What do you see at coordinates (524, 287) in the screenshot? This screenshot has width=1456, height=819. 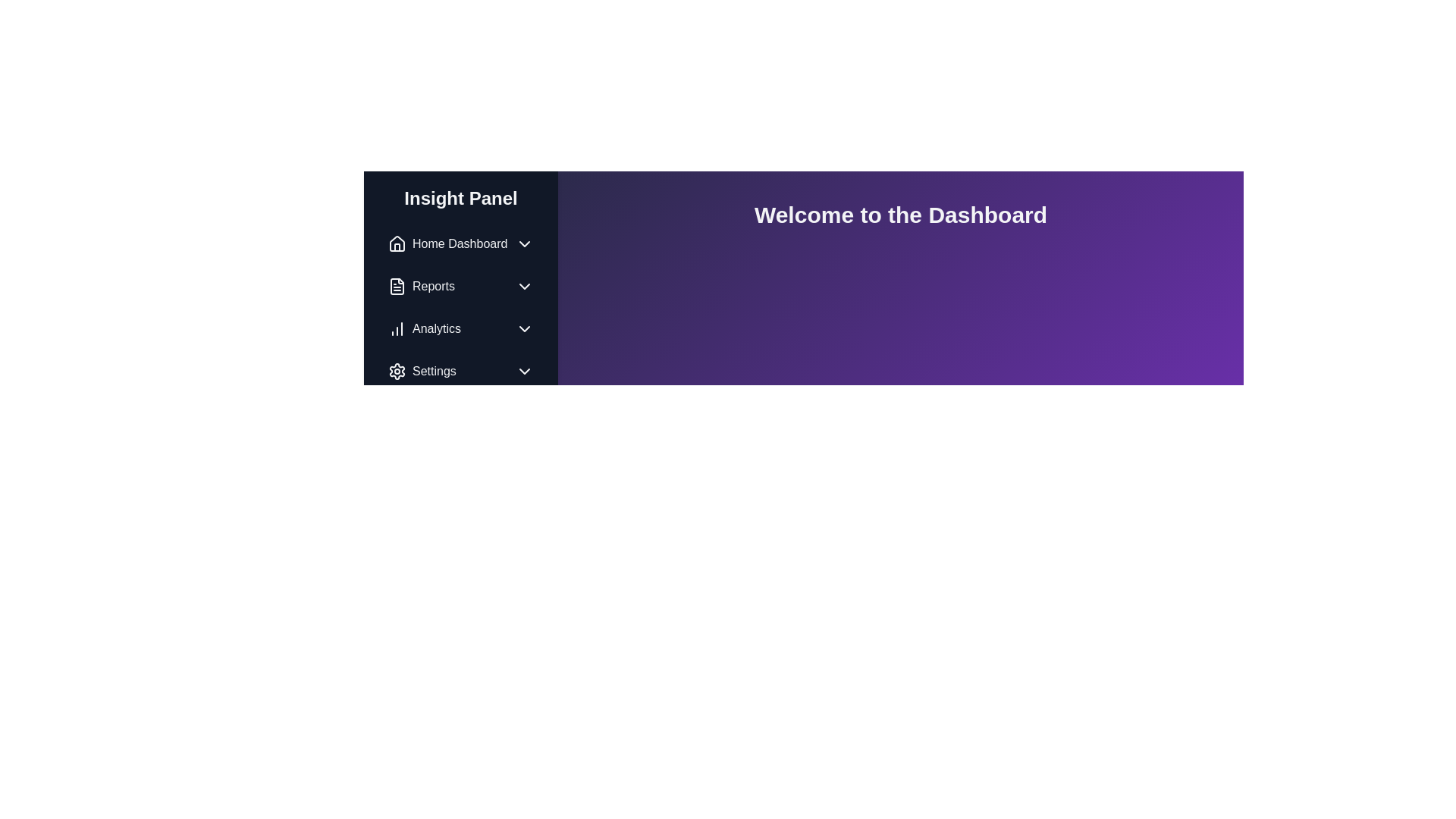 I see `the downward-pointing chevron icon located to the right of the 'Reports' text in the vertical navigation menu` at bounding box center [524, 287].